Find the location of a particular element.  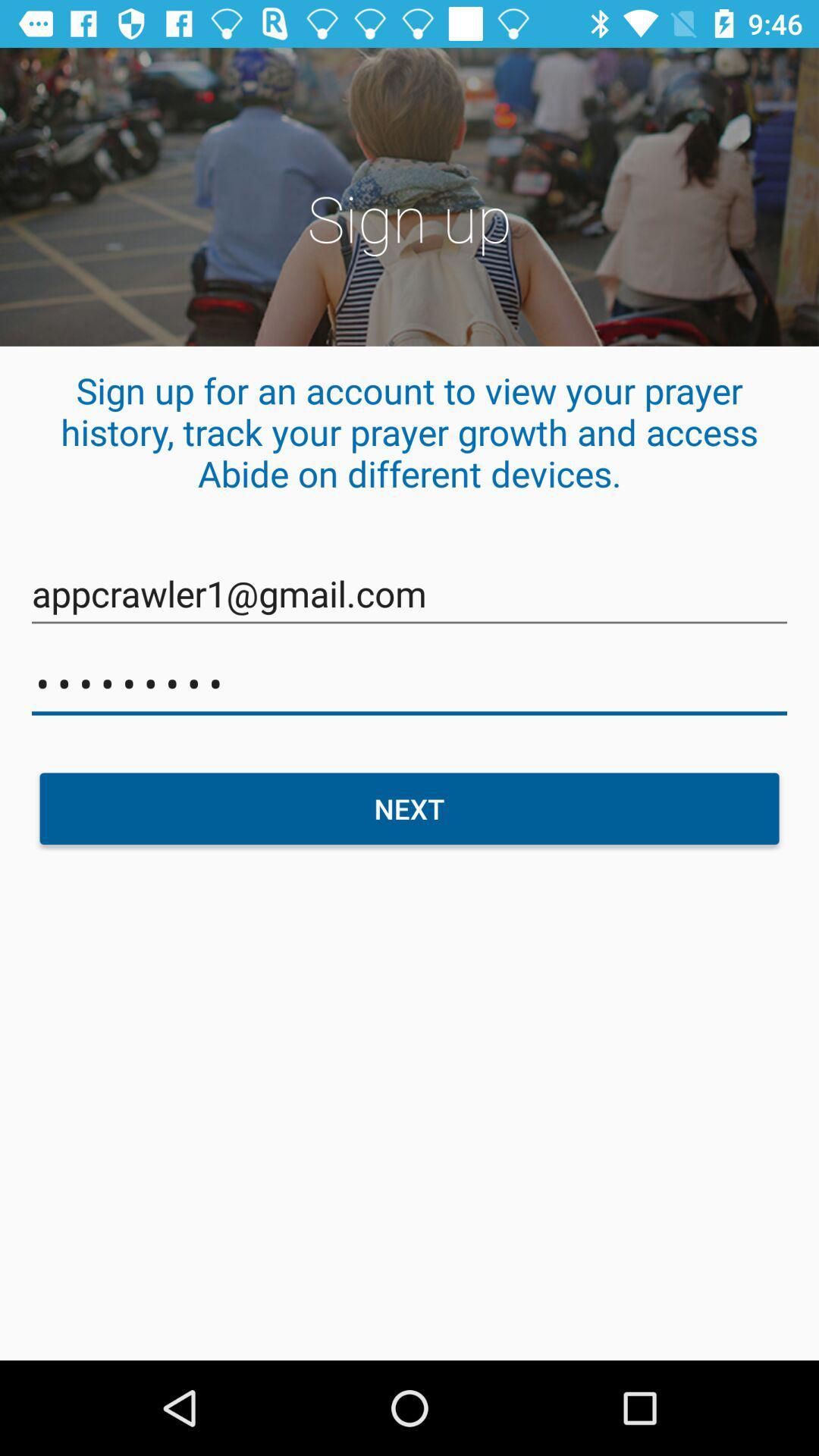

icon above the next icon is located at coordinates (409, 683).